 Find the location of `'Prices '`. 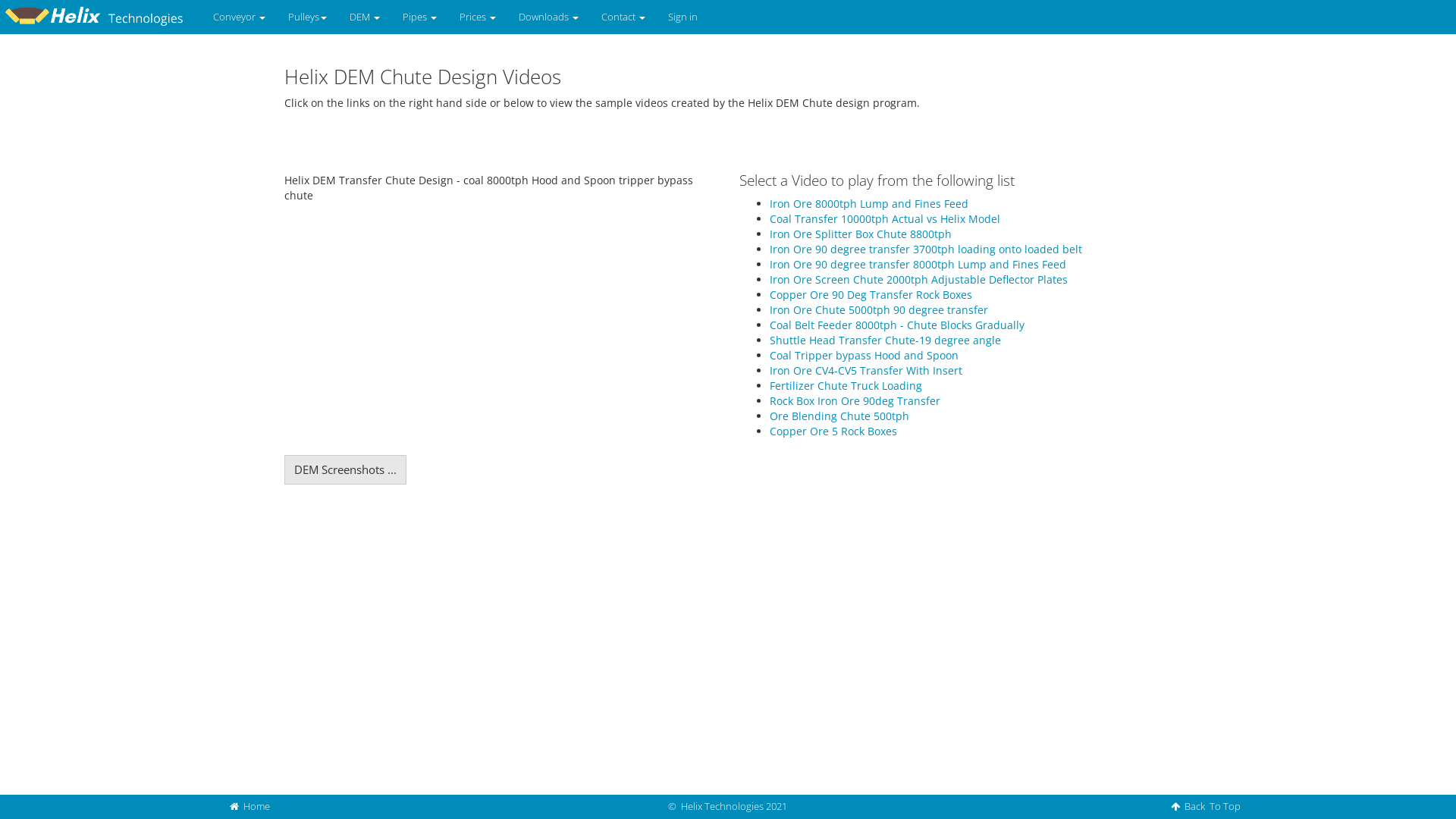

'Prices ' is located at coordinates (476, 17).